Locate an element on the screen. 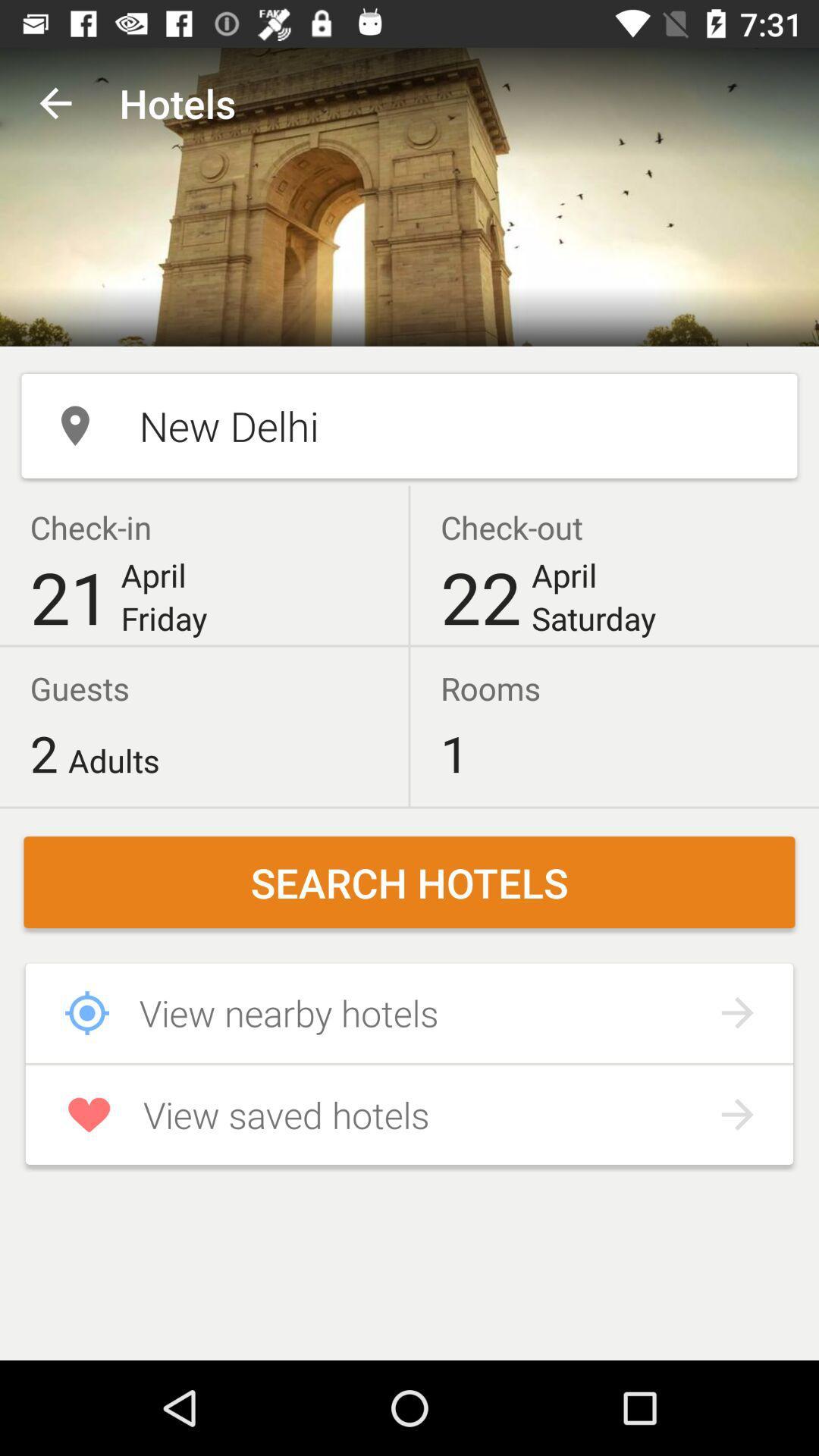 This screenshot has width=819, height=1456. the option below the image is located at coordinates (409, 425).